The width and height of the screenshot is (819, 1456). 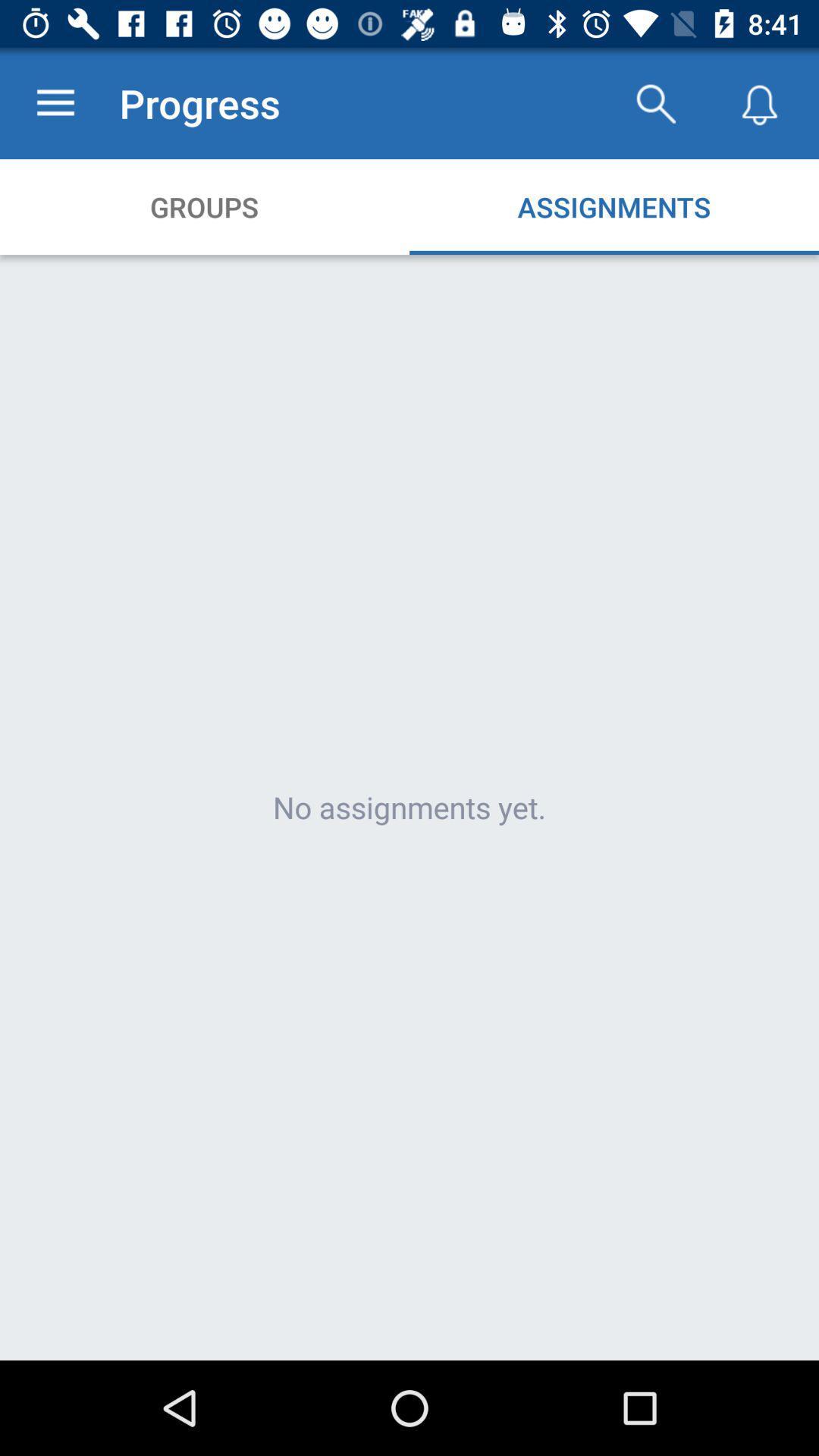 What do you see at coordinates (654, 102) in the screenshot?
I see `app to the right of progress` at bounding box center [654, 102].